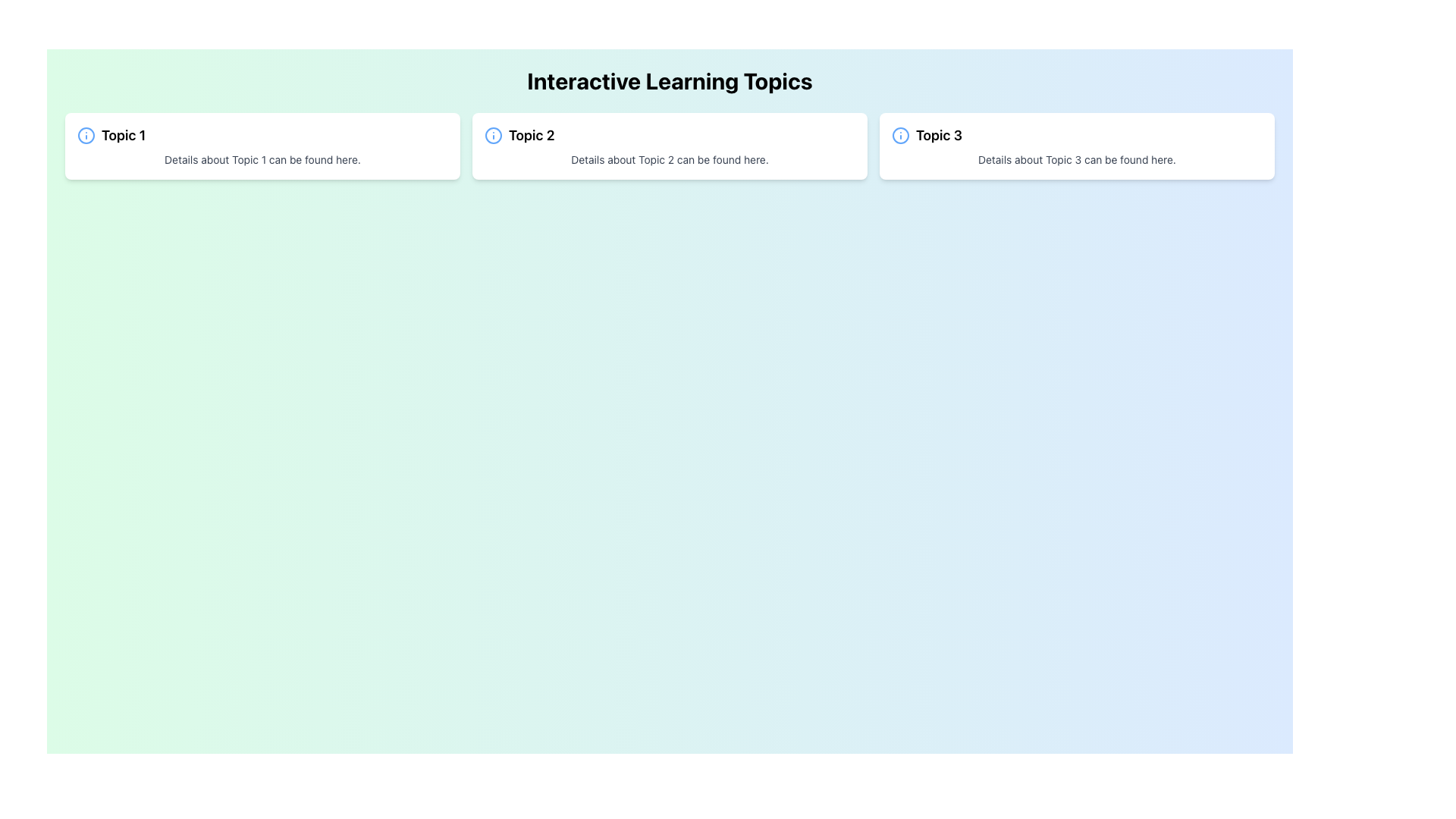 Image resolution: width=1456 pixels, height=819 pixels. Describe the element at coordinates (86, 134) in the screenshot. I see `the circular blue-bordered icon with a vertical bar and dot located to the left of the text 'Topic 1' in the first card` at that location.